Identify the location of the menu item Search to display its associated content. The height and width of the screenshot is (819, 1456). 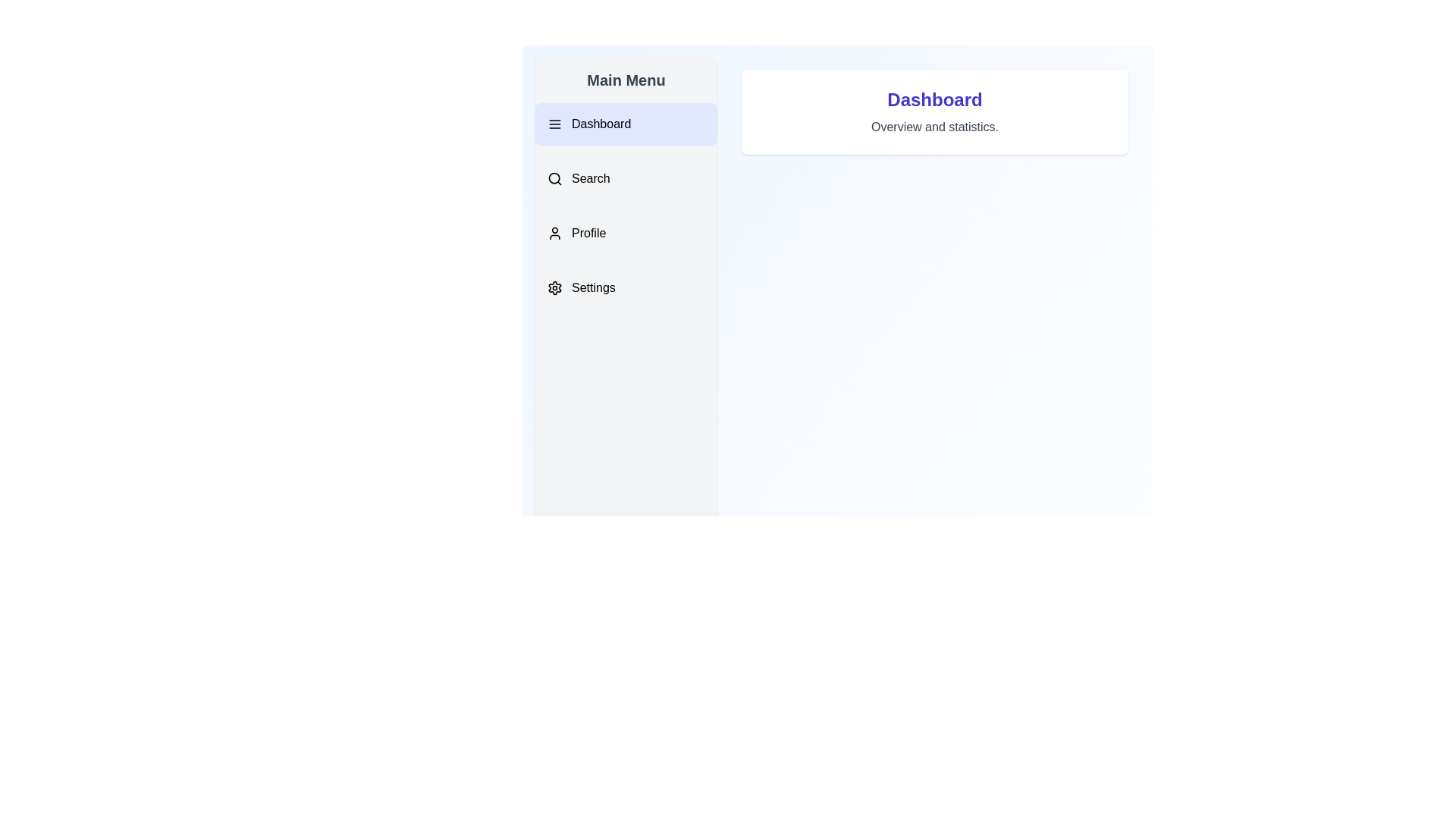
(626, 177).